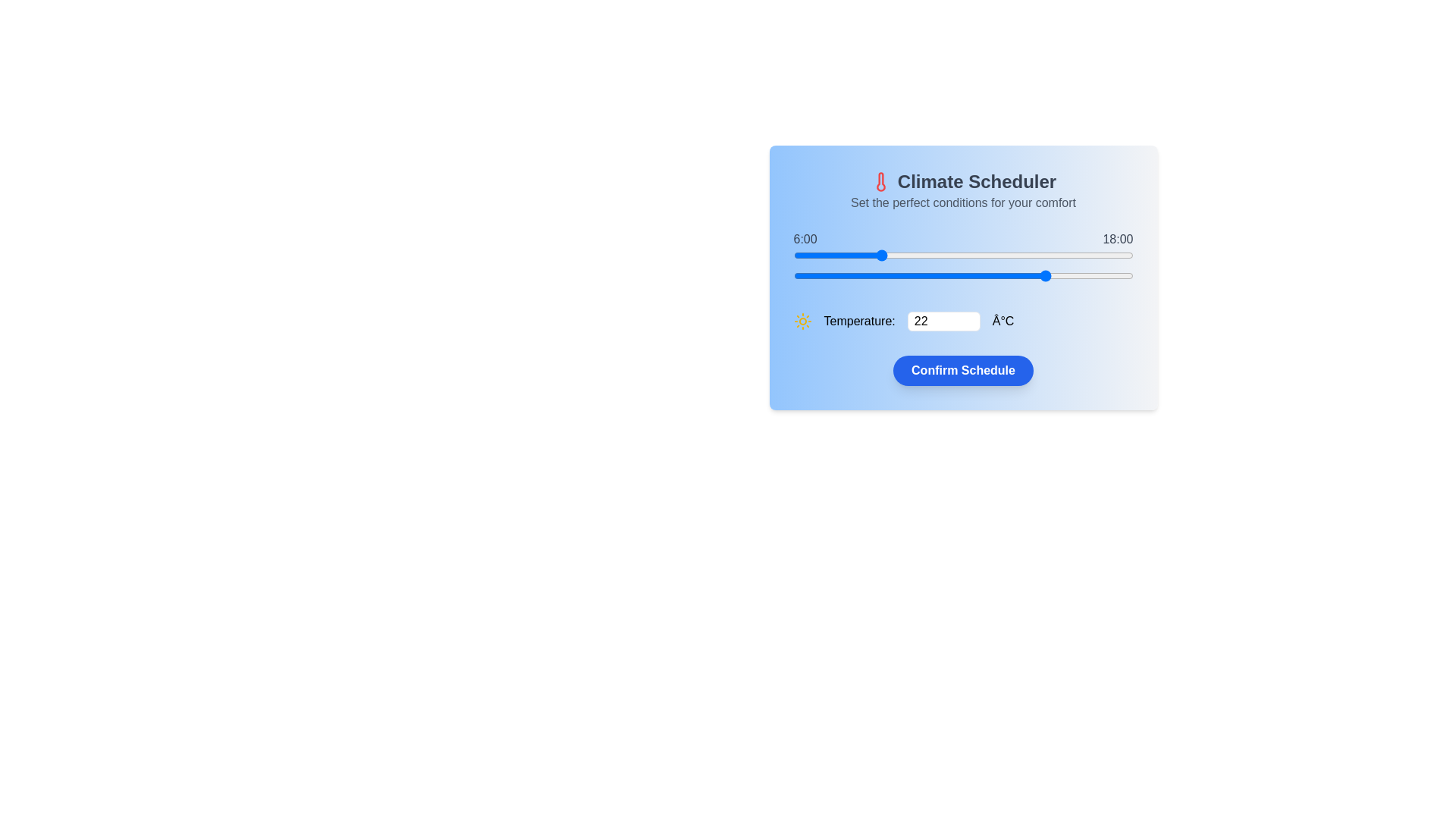  Describe the element at coordinates (962, 254) in the screenshot. I see `the thumb of the topmost Range slider, located between the labels '6:00' and '18:00'` at that location.